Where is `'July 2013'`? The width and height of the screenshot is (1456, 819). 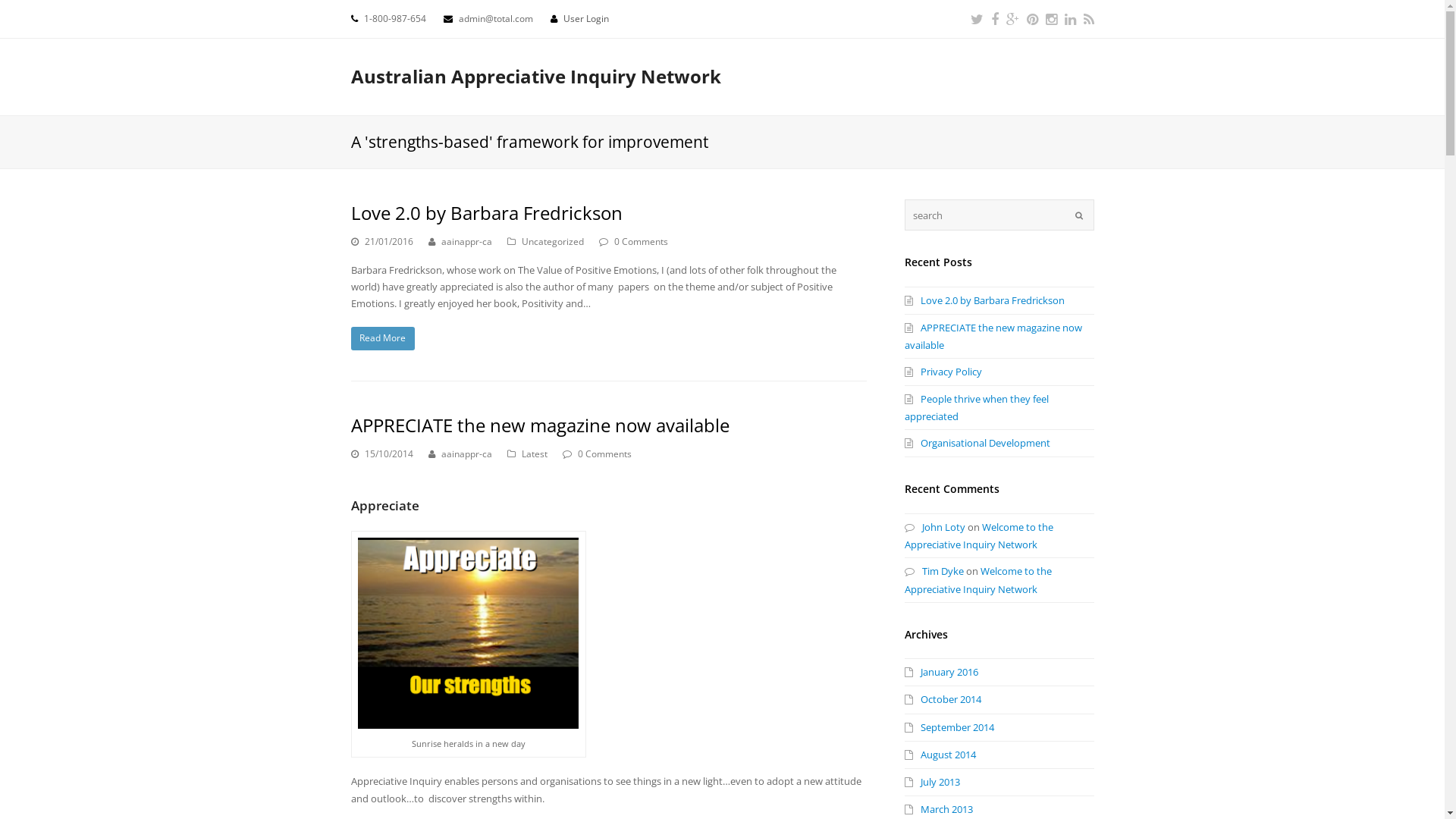 'July 2013' is located at coordinates (903, 781).